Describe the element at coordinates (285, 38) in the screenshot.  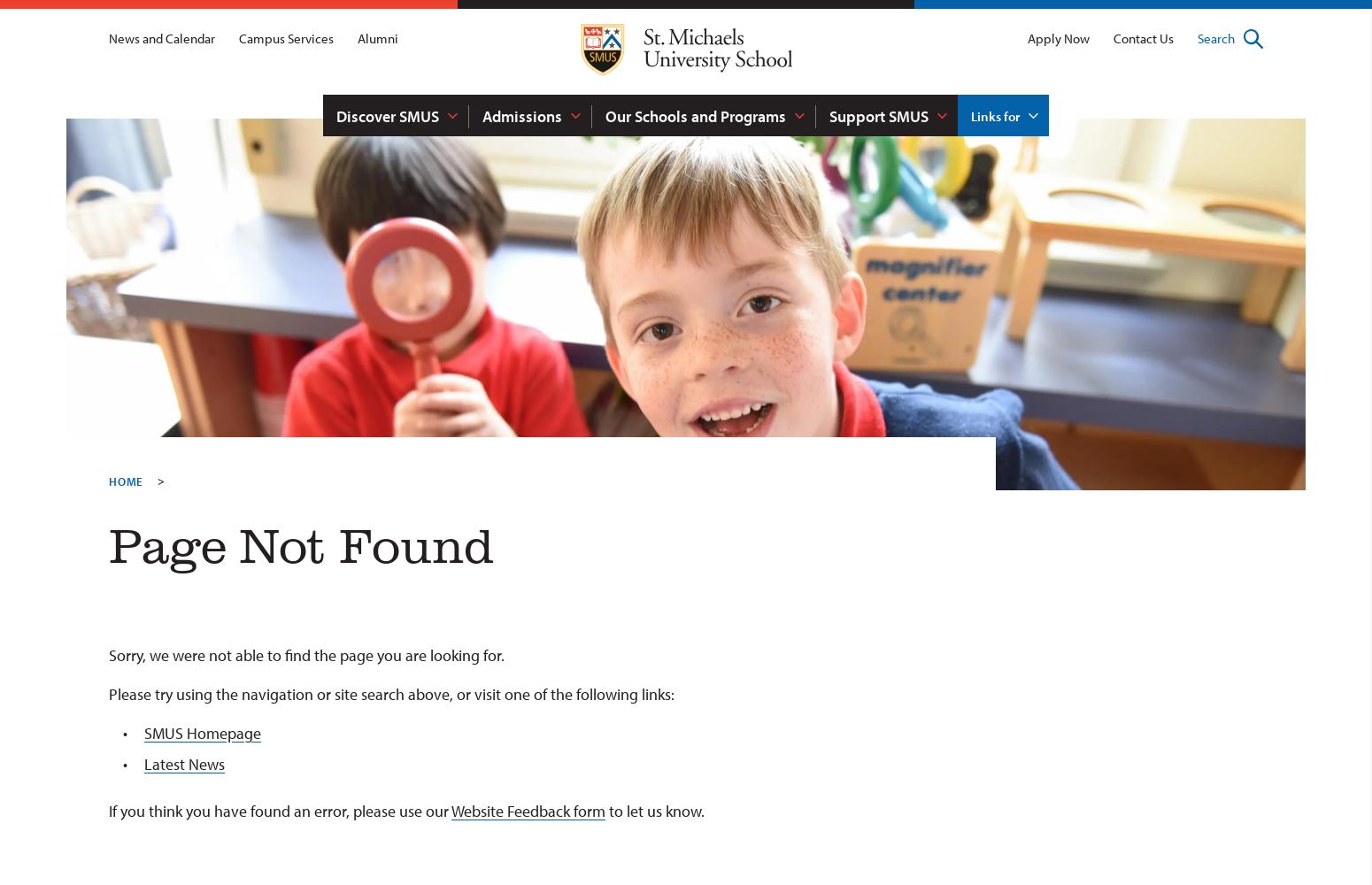
I see `'Campus Services'` at that location.